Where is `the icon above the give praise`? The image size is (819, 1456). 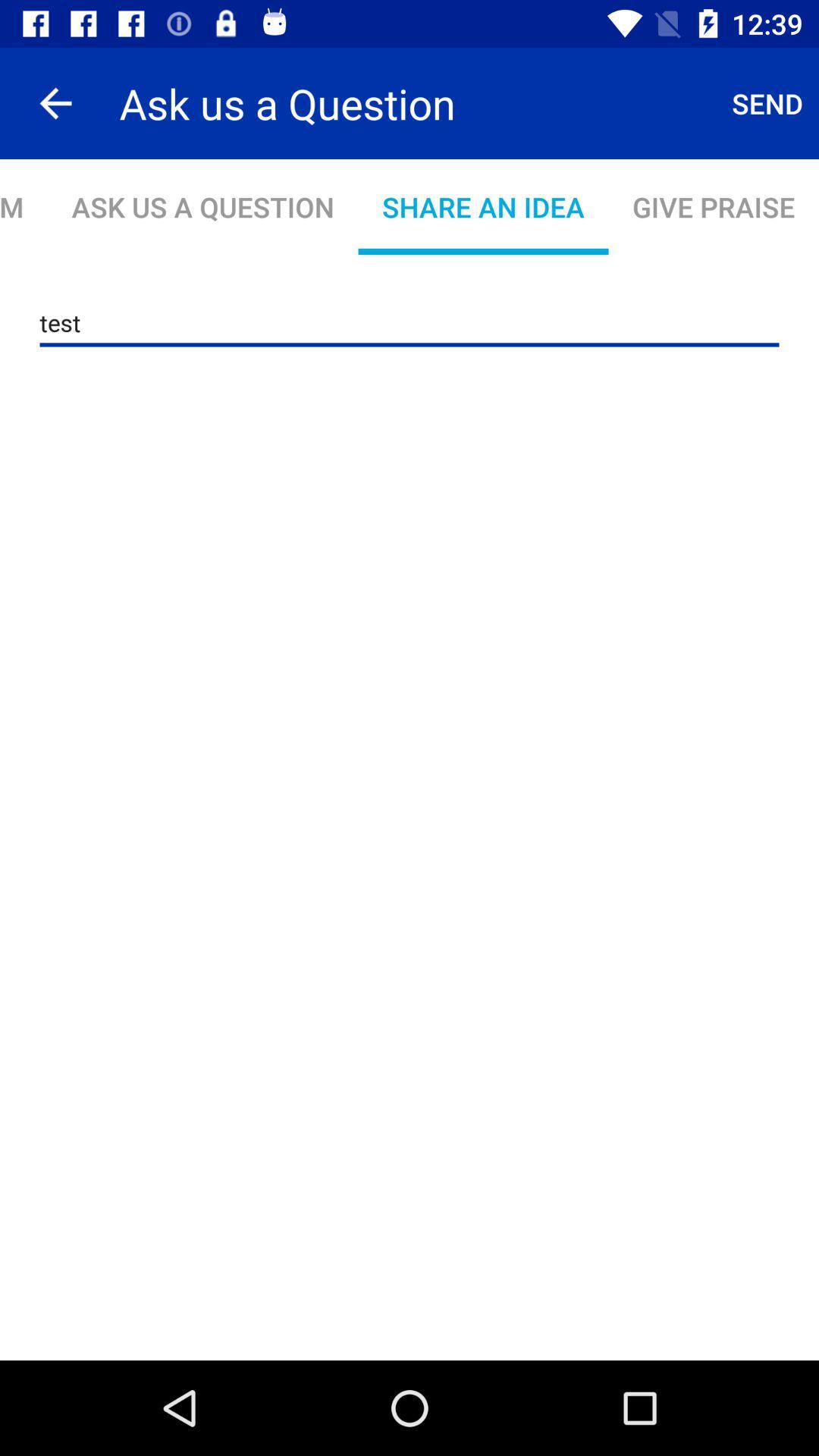 the icon above the give praise is located at coordinates (767, 102).